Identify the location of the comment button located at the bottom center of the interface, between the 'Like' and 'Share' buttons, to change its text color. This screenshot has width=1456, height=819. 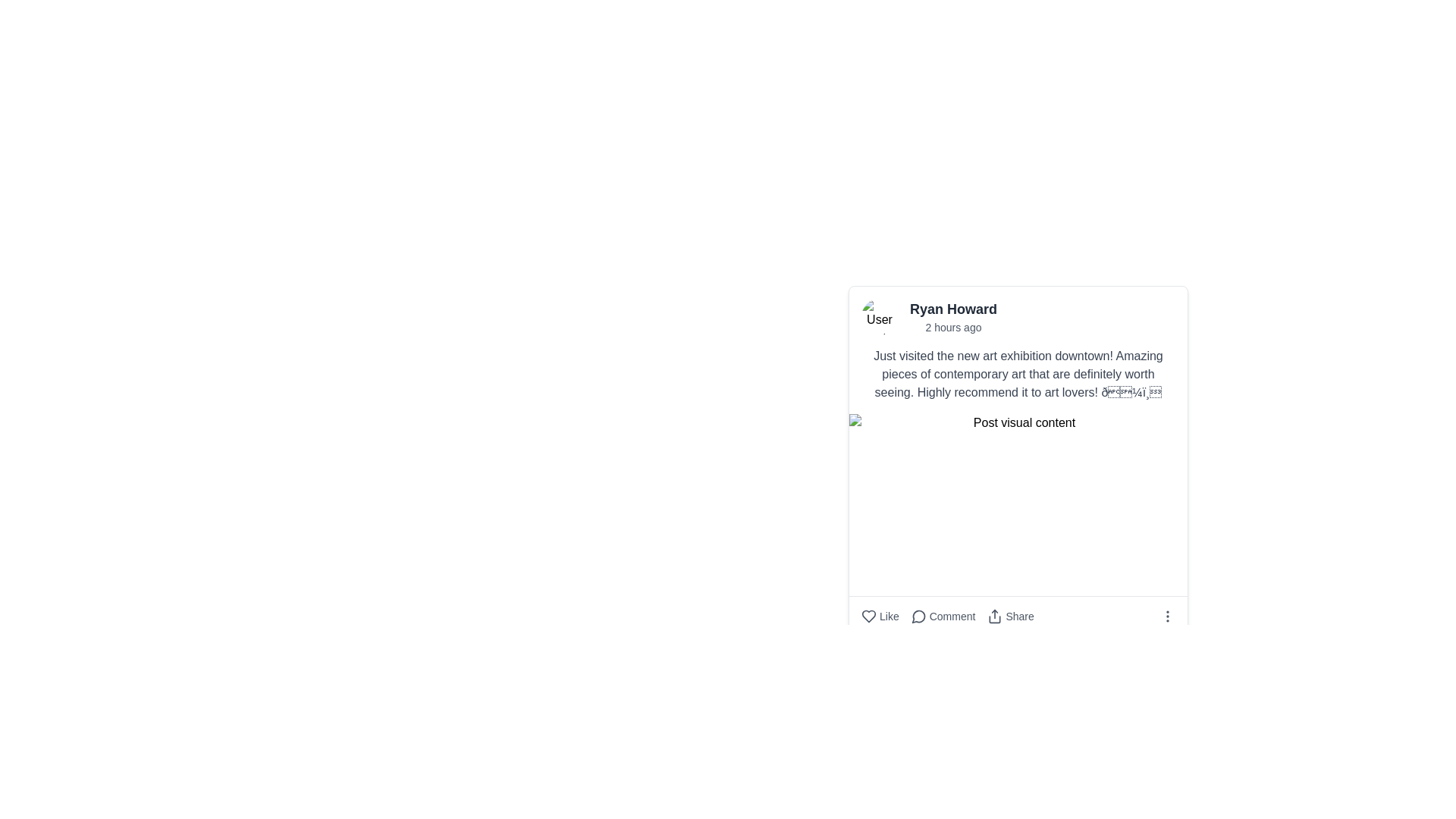
(942, 617).